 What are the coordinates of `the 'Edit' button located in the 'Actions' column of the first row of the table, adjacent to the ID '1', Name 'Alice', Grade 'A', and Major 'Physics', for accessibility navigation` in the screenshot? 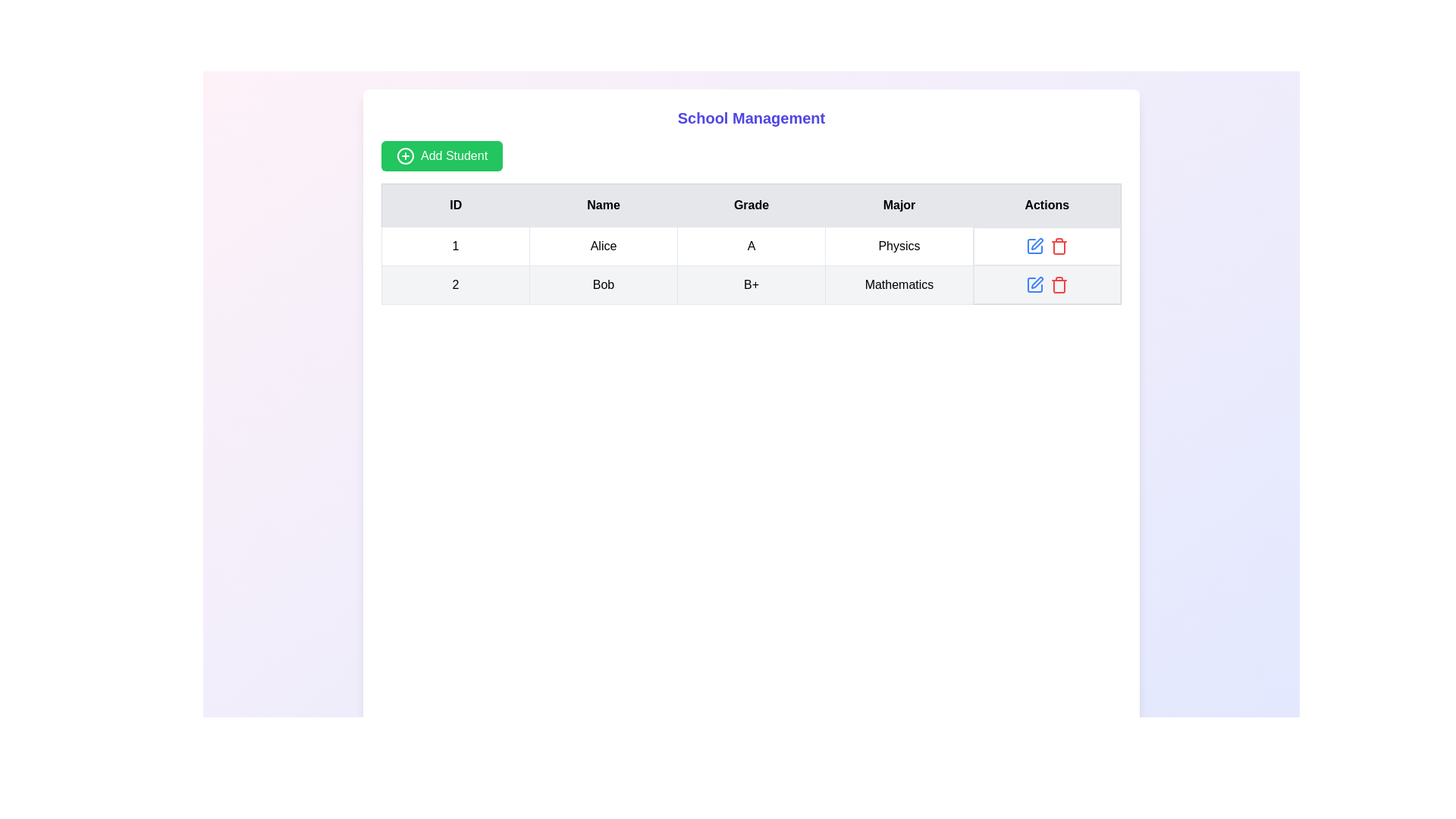 It's located at (1034, 245).